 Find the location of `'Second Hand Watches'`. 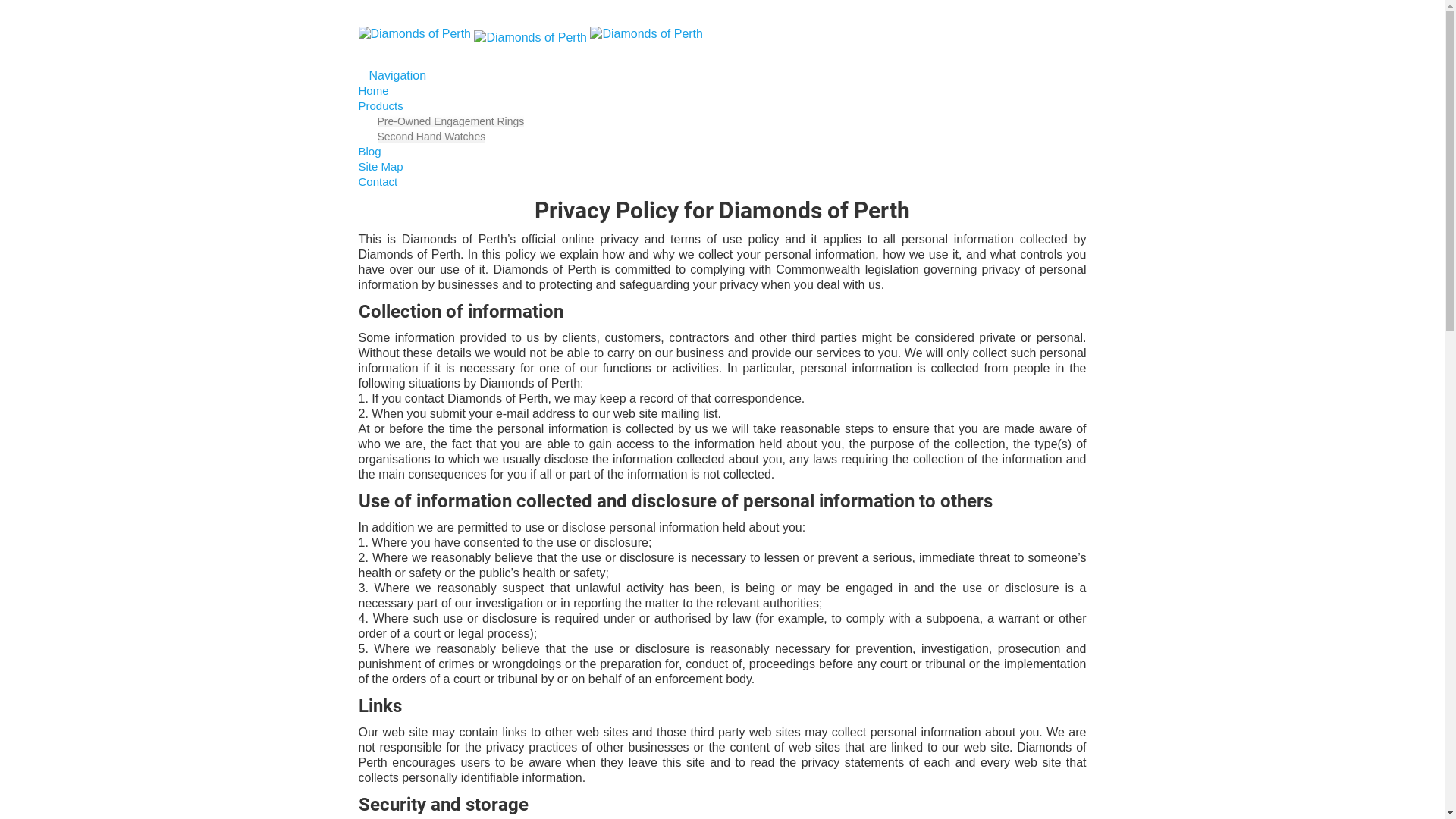

'Second Hand Watches' is located at coordinates (431, 136).